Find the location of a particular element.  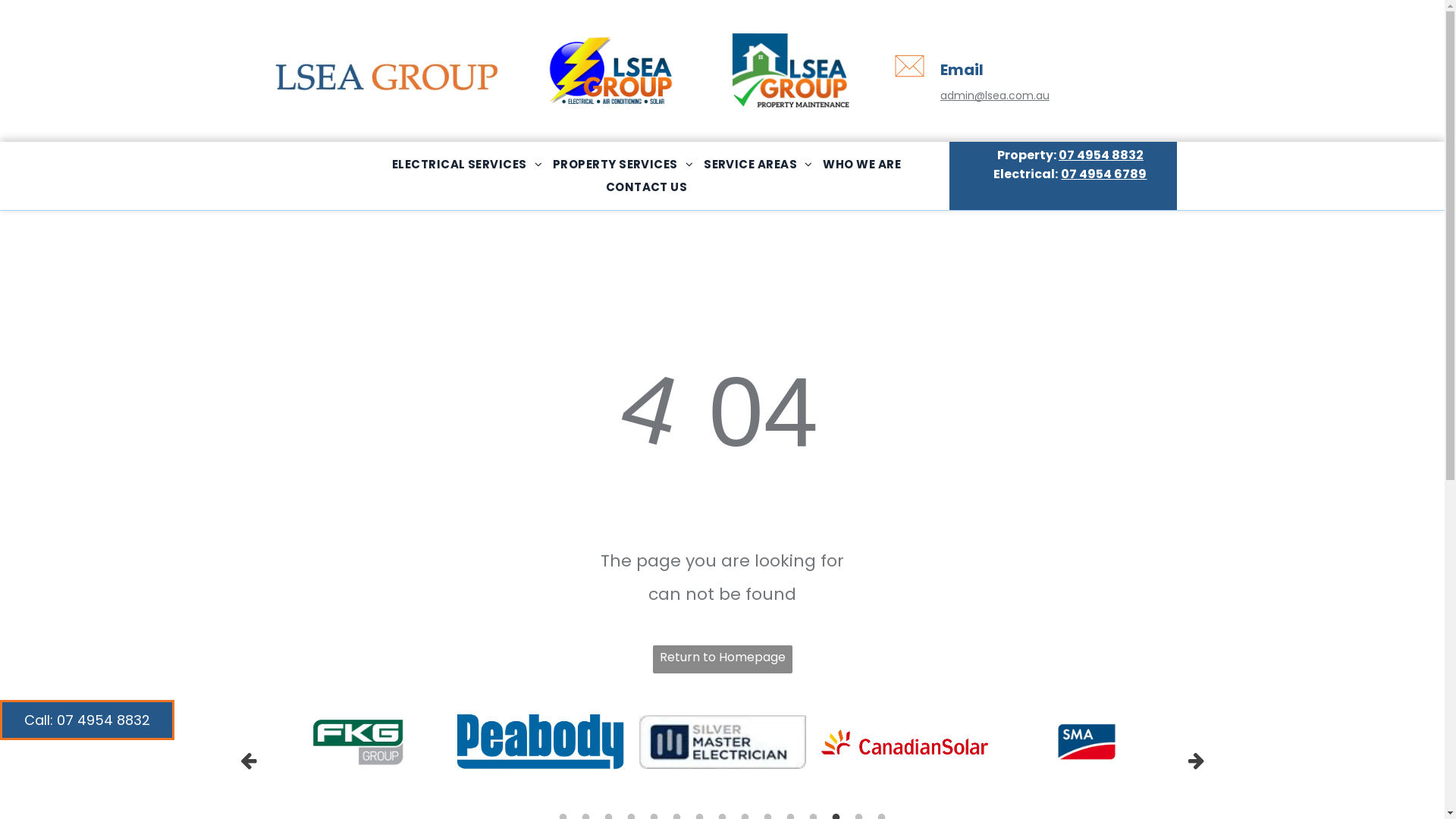

'https://www.peabodyenergy.com/' is located at coordinates (539, 741).